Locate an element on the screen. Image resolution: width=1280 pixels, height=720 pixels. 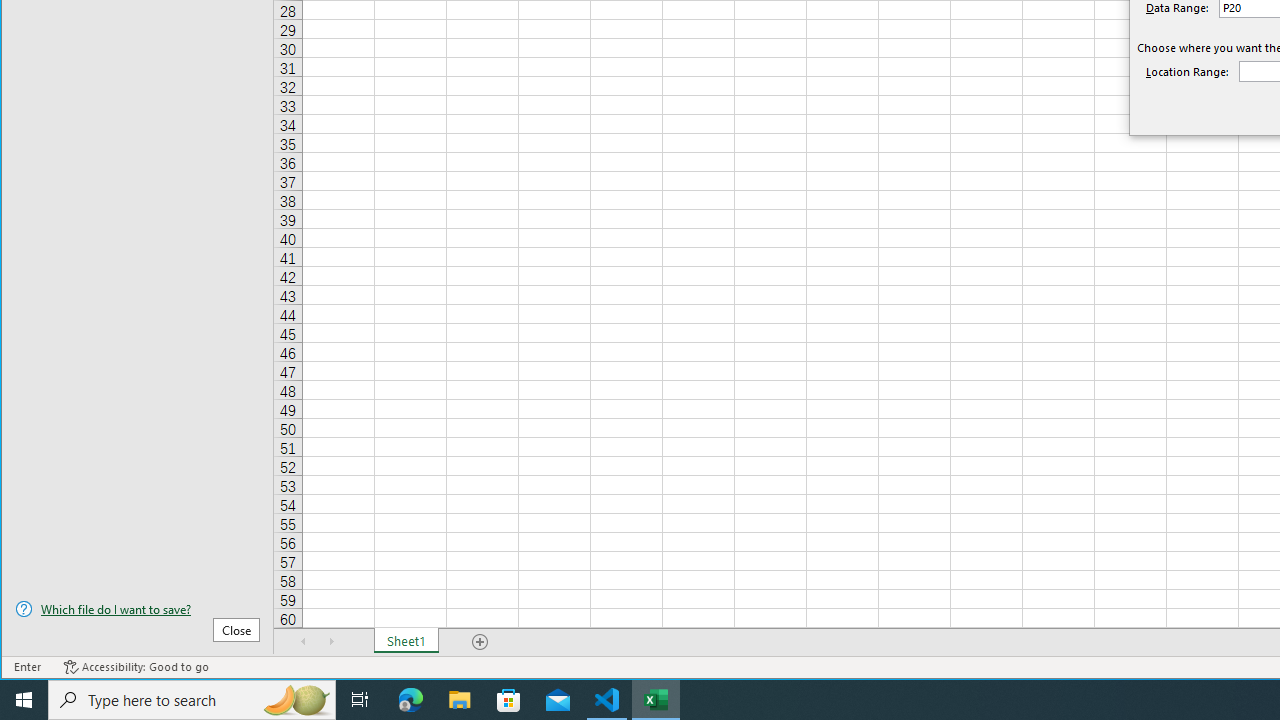
'Accessibility Checker Accessibility: Good to go' is located at coordinates (135, 667).